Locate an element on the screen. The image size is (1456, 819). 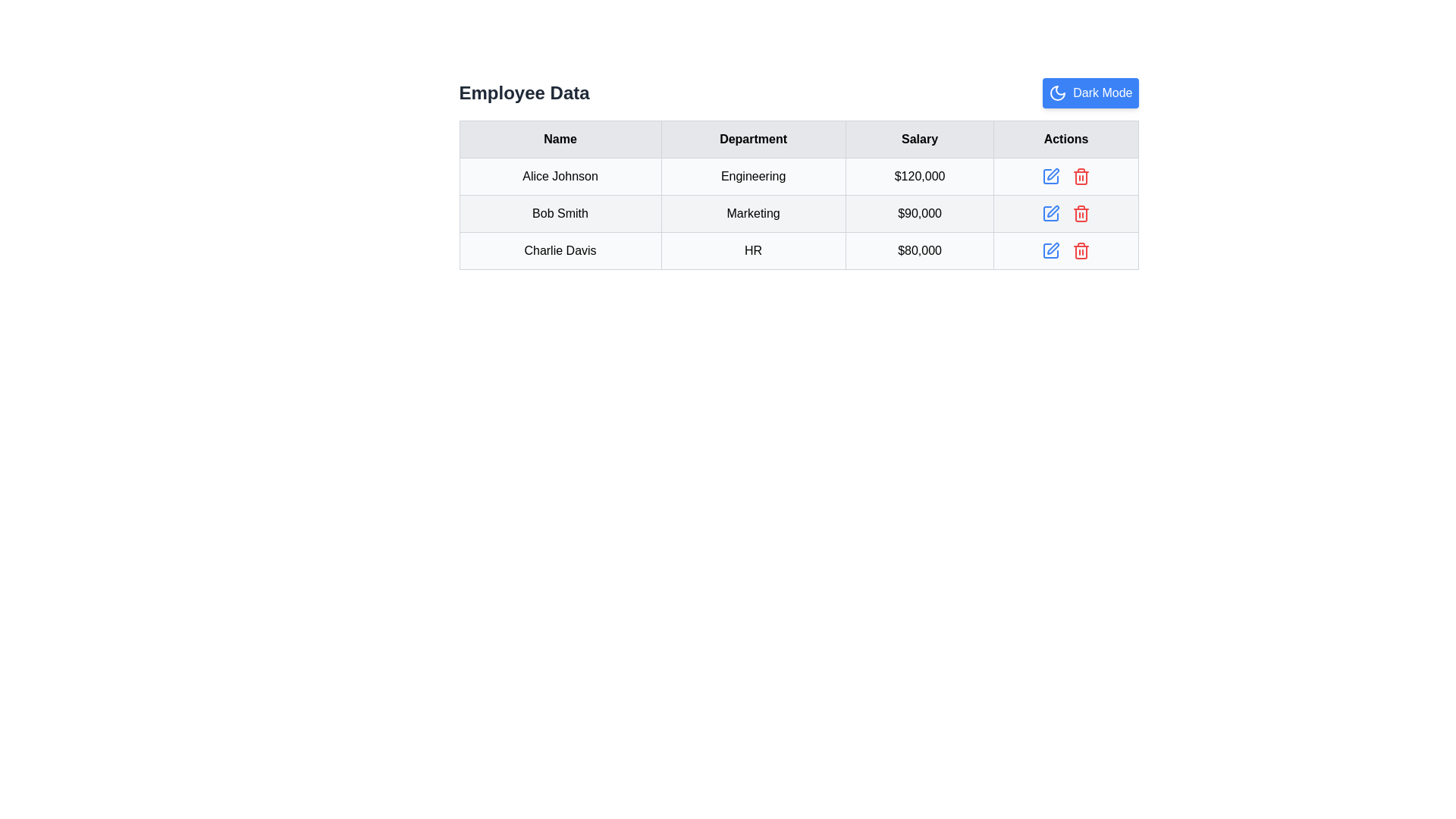
text '$80,000' from the table cell that is the third cell in the row for 'Charlie Davis' is located at coordinates (919, 250).